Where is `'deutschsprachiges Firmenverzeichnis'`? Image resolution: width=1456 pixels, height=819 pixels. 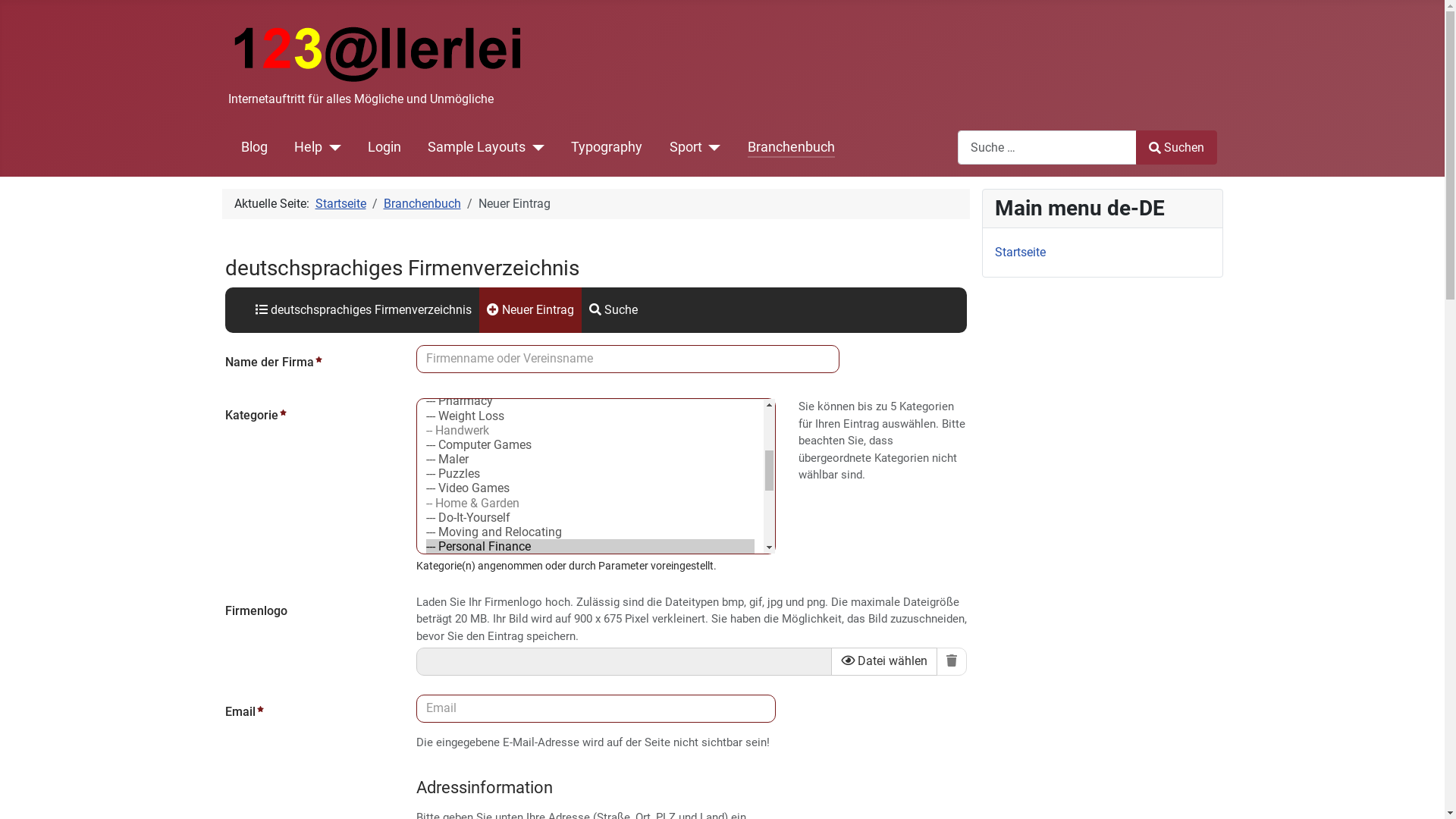
'deutschsprachiges Firmenverzeichnis' is located at coordinates (362, 309).